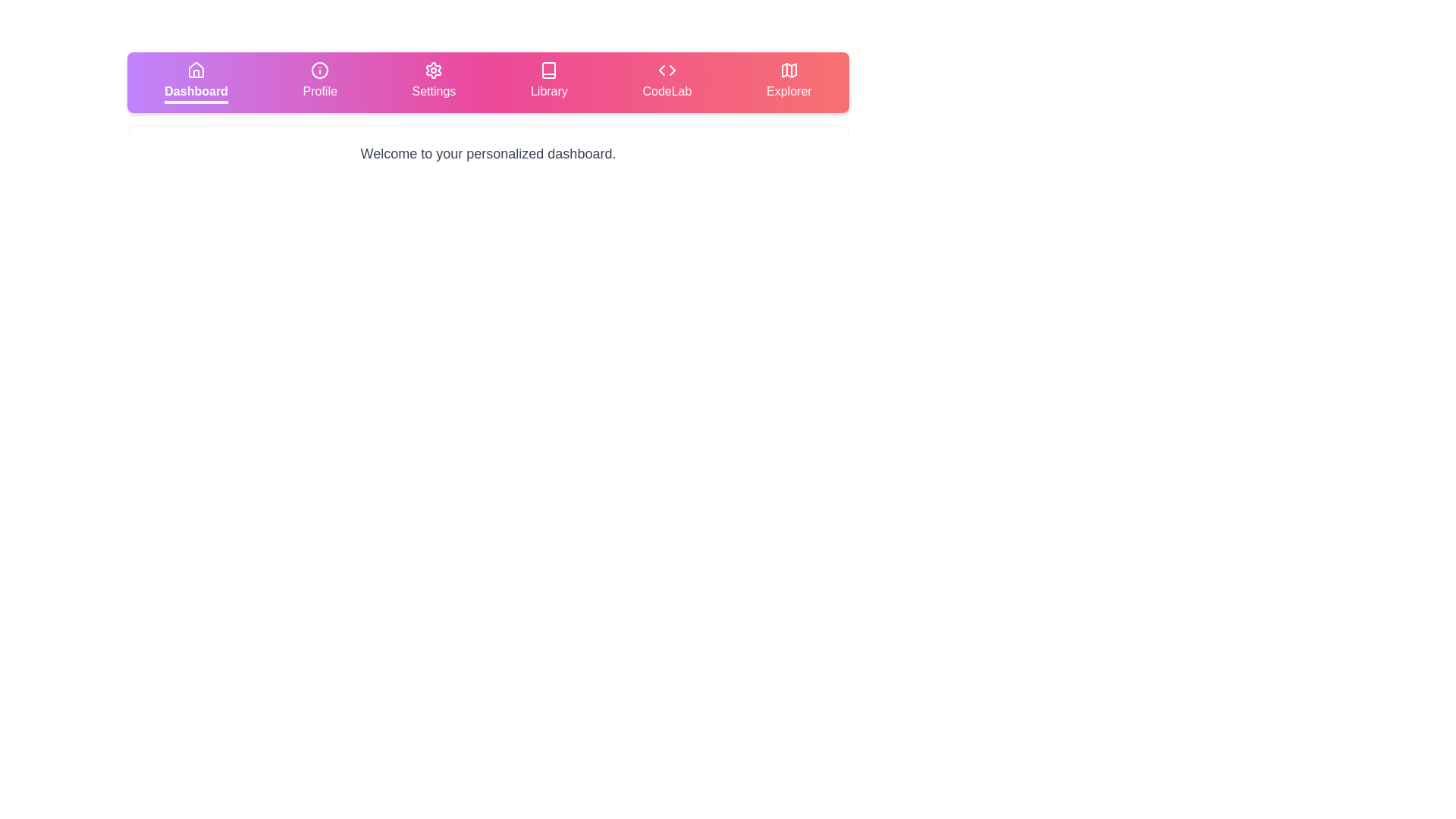  Describe the element at coordinates (432, 82) in the screenshot. I see `the tab labeled Settings to observe the visual feedback` at that location.